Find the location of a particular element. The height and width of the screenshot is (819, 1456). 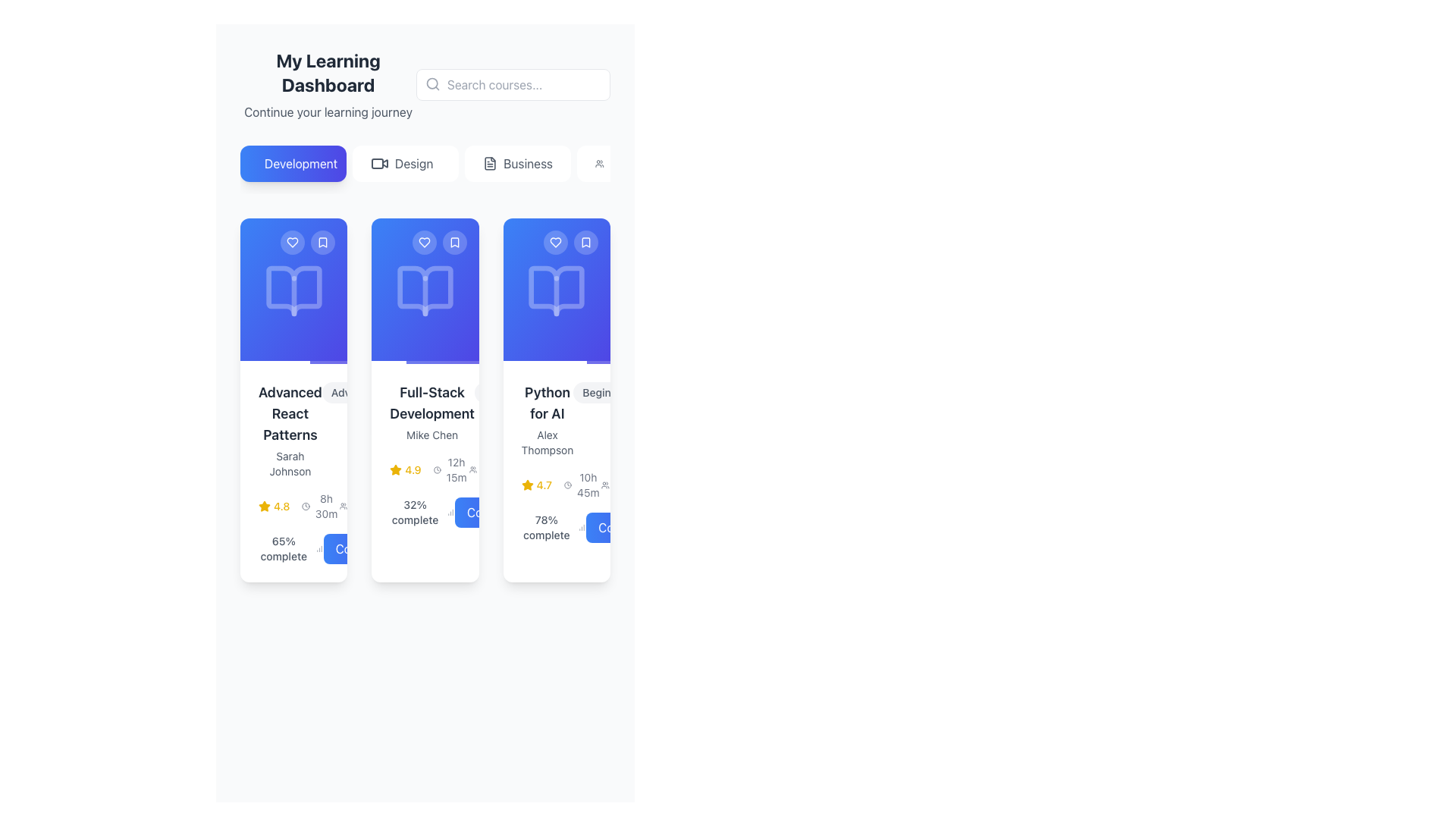

the informative display block containing the yellow star icon and the ratings '4.8' along with the clock icon and duration '8h 30m', located in the 'Advanced React Patterns' course card is located at coordinates (293, 506).